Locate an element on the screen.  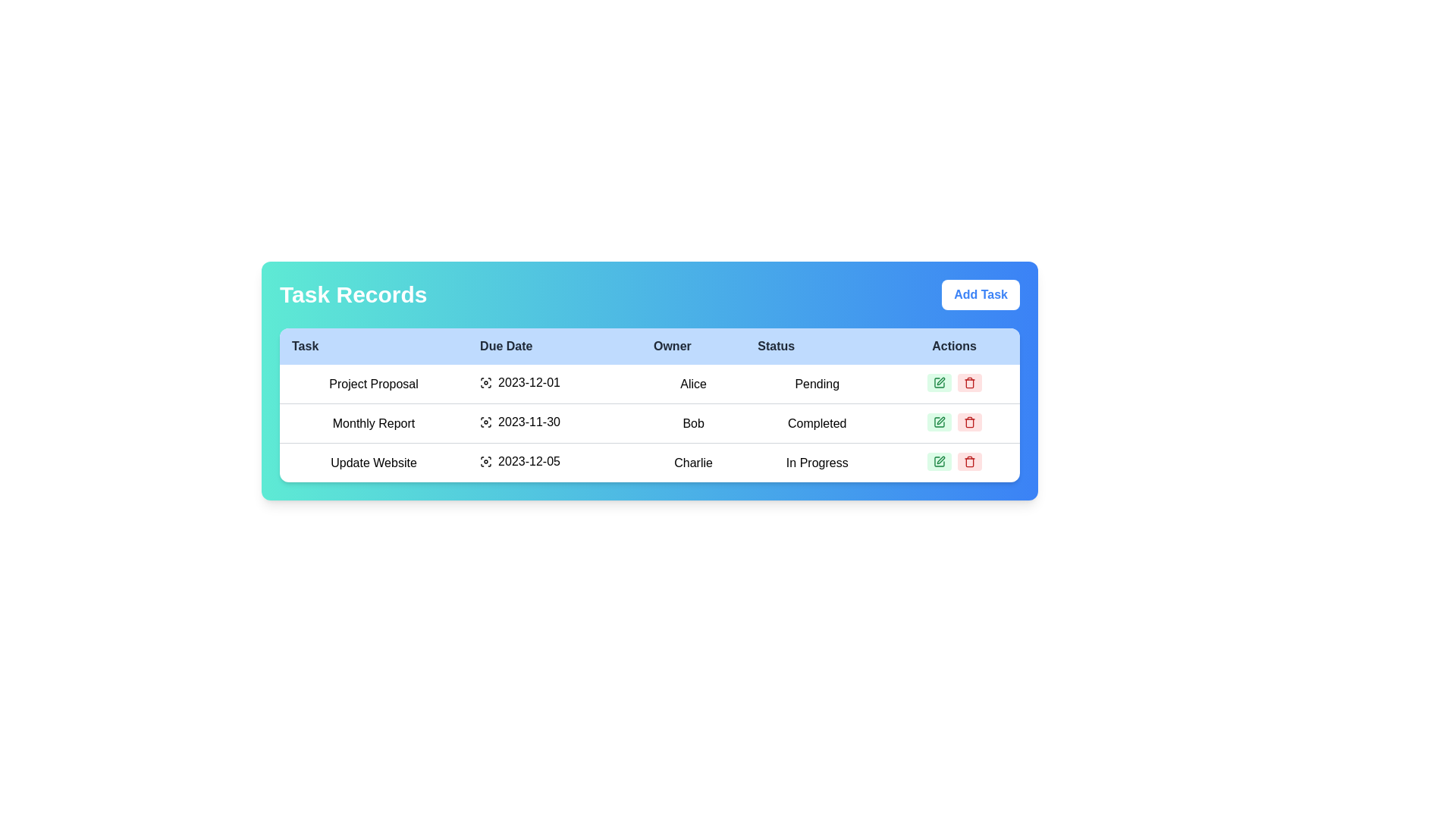
the delete icon button located in the 'Actions' column of the second row in the 'Task Records' section is located at coordinates (968, 382).